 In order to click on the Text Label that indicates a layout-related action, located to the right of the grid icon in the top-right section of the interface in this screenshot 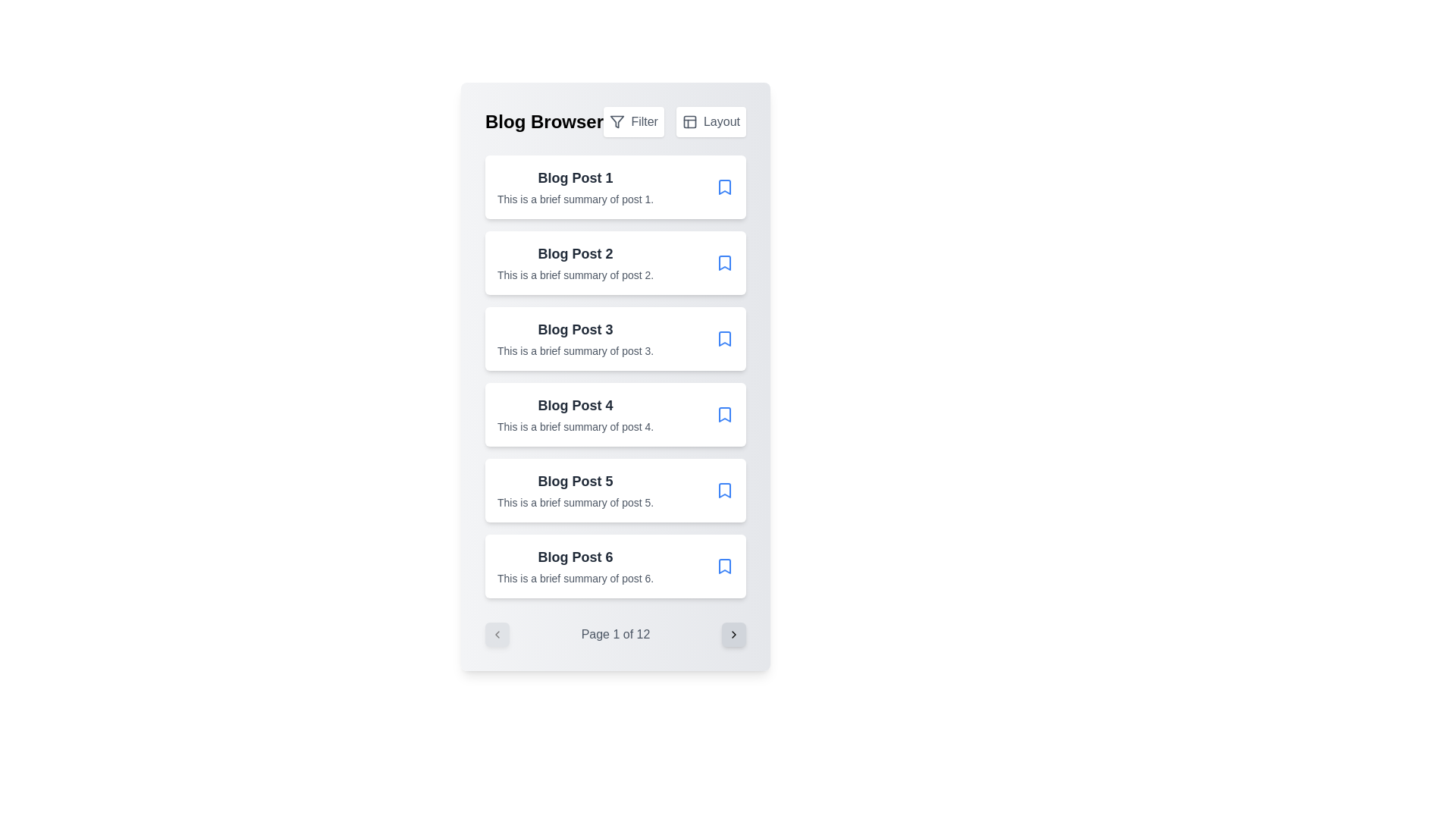, I will do `click(720, 121)`.